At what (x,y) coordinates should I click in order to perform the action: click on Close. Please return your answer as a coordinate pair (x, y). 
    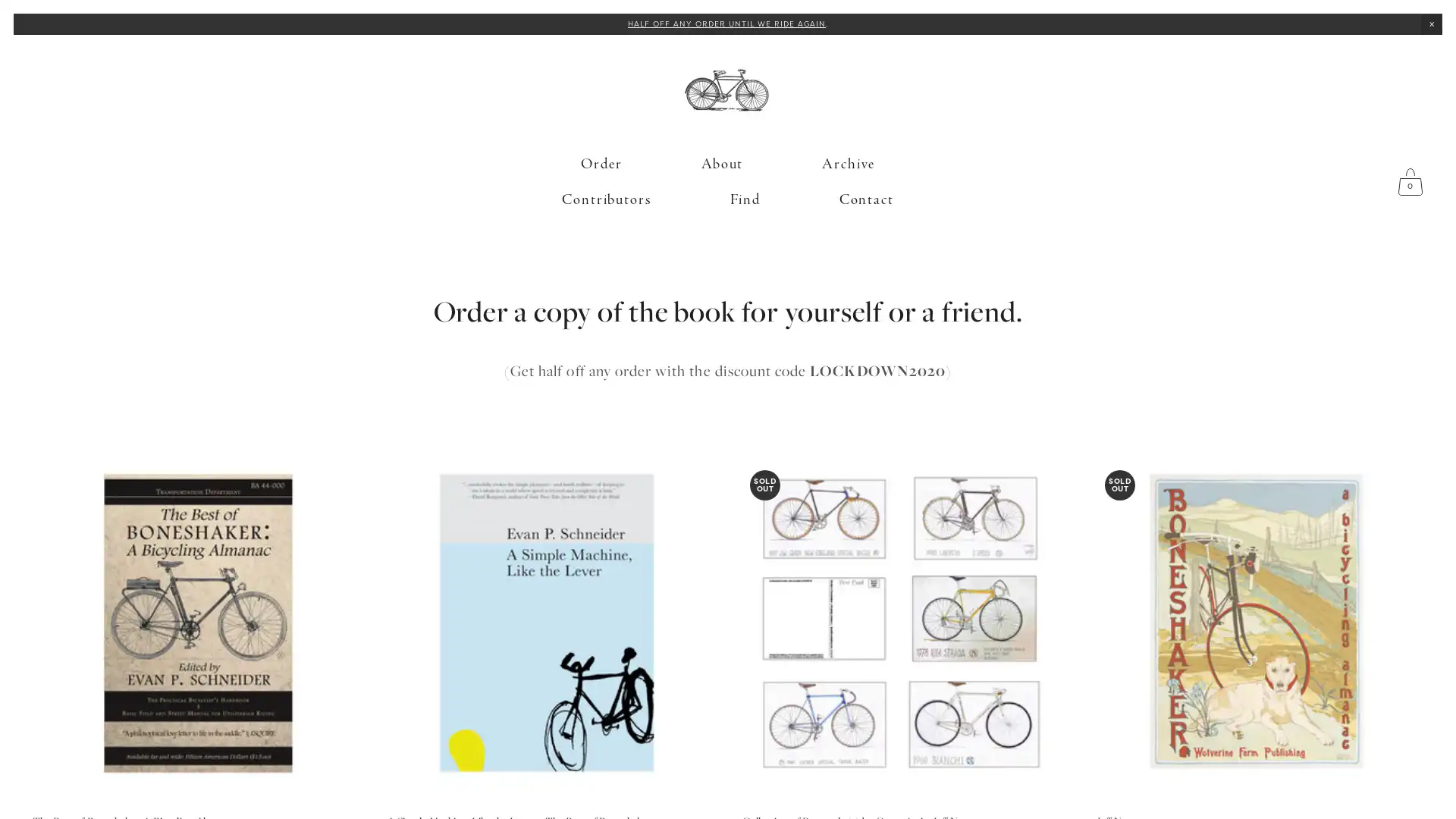
    Looking at the image, I should click on (991, 244).